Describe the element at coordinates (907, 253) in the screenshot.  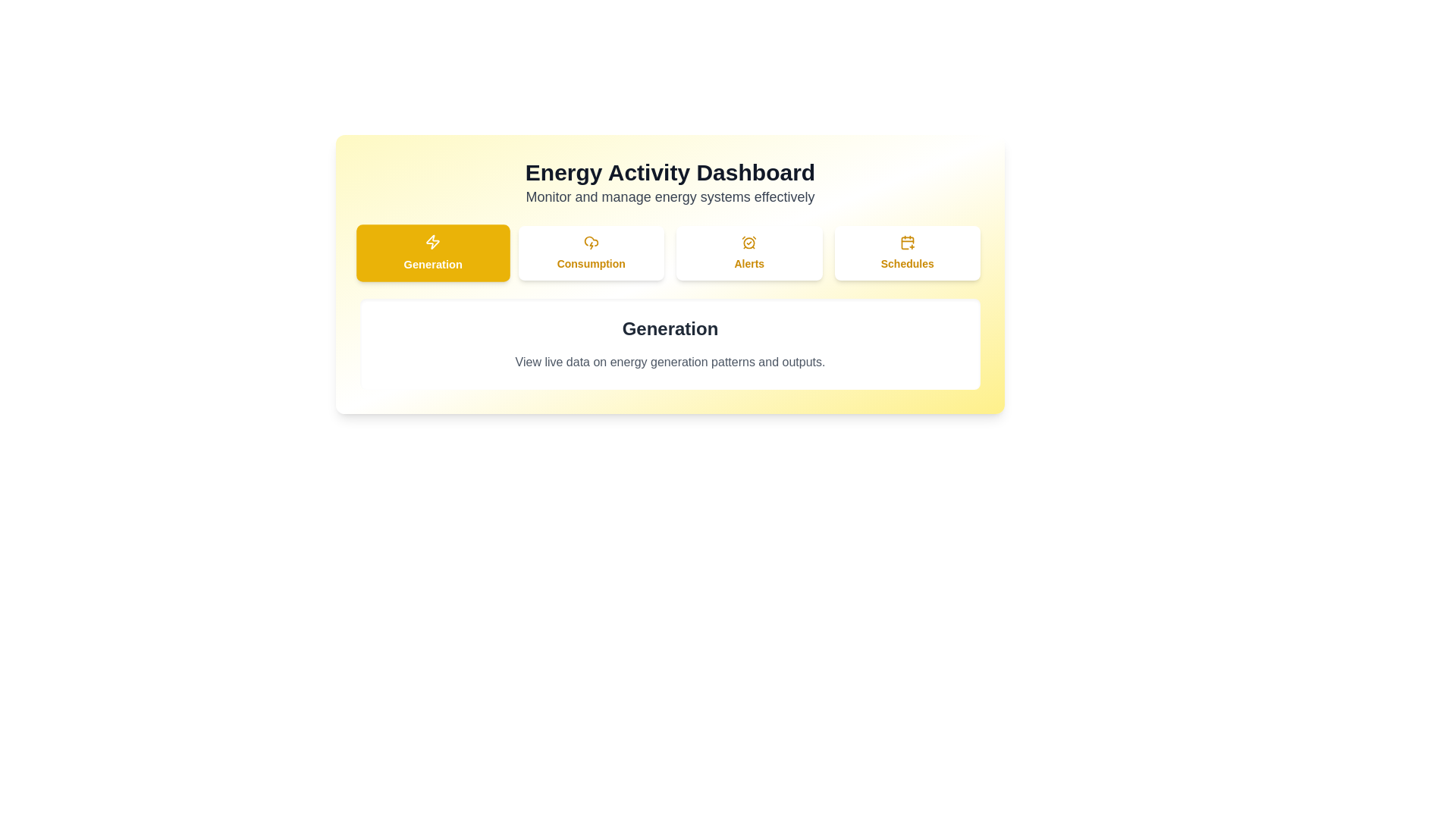
I see `the Schedules tab to view its content` at that location.